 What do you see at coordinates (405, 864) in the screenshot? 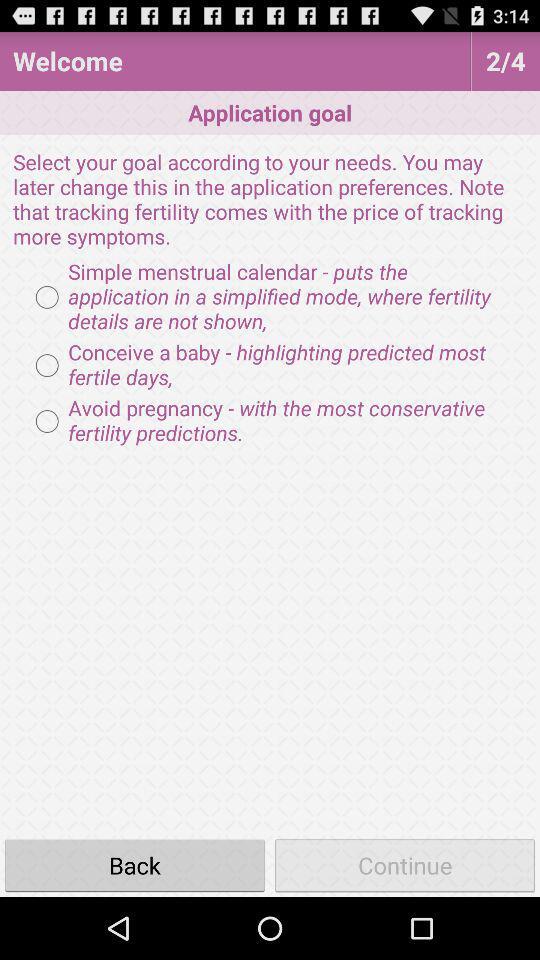
I see `button next to the back button` at bounding box center [405, 864].